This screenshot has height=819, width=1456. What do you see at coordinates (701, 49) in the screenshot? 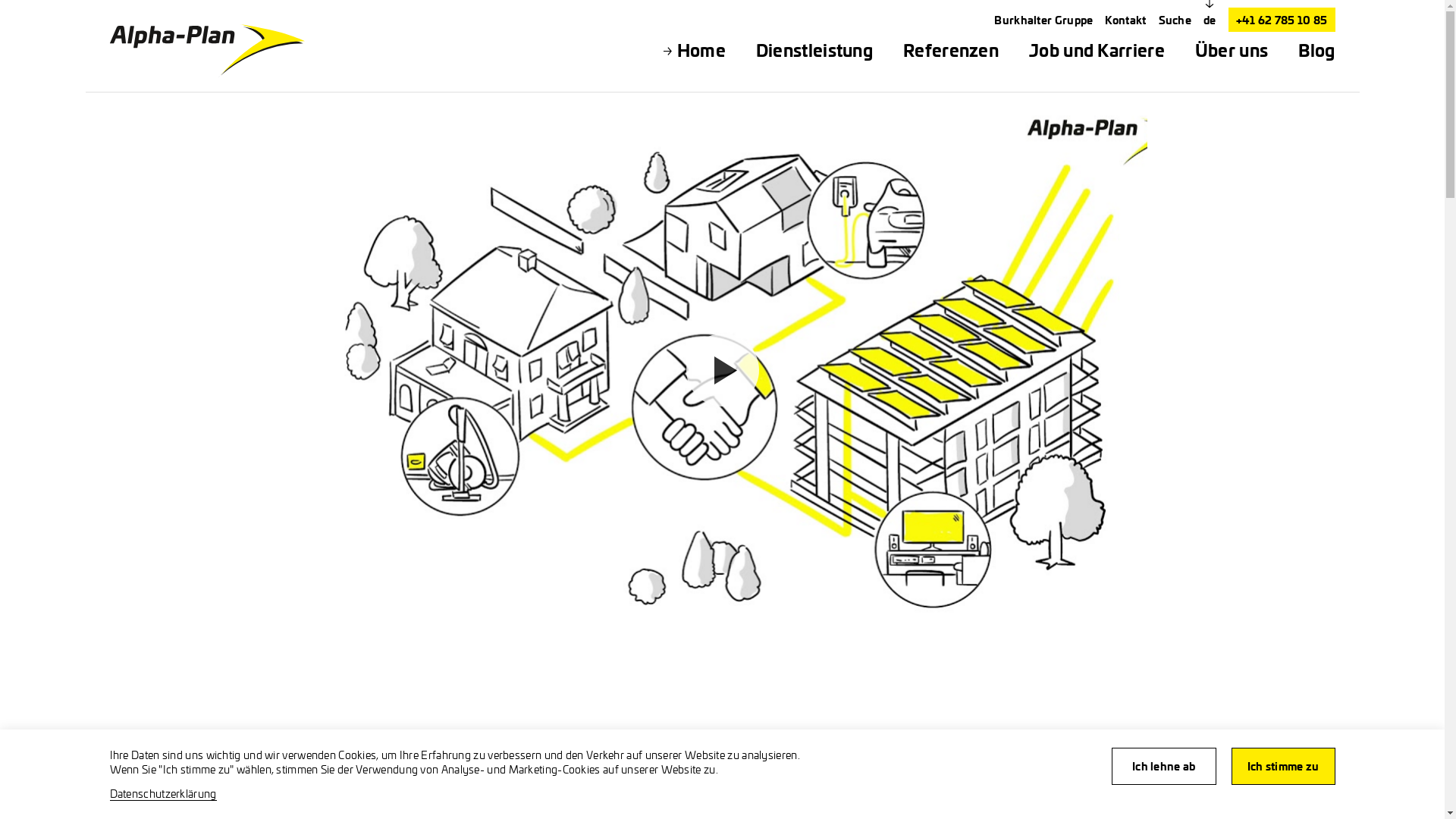
I see `'Home'` at bounding box center [701, 49].